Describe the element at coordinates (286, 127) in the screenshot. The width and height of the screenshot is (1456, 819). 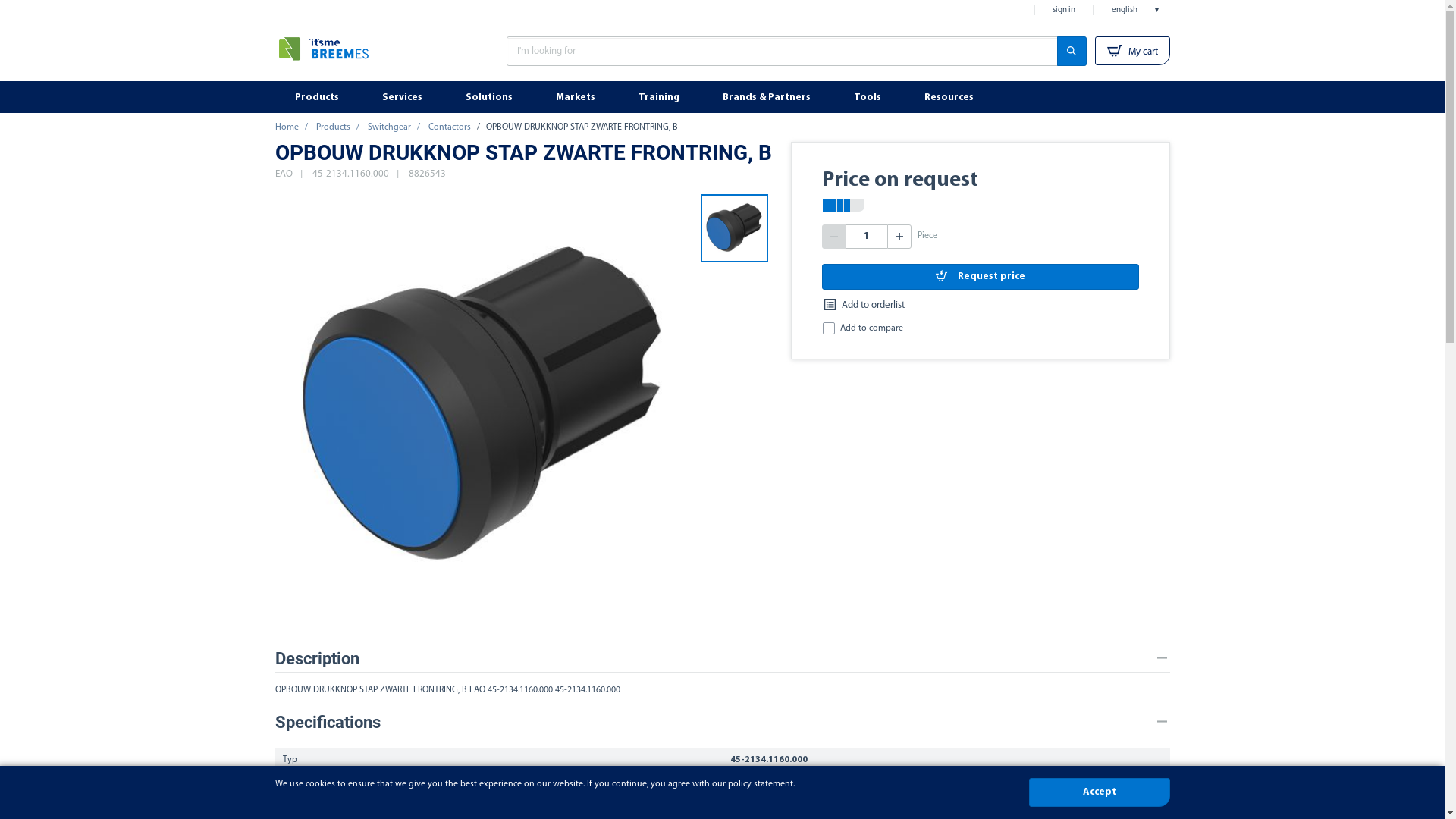
I see `'Home'` at that location.